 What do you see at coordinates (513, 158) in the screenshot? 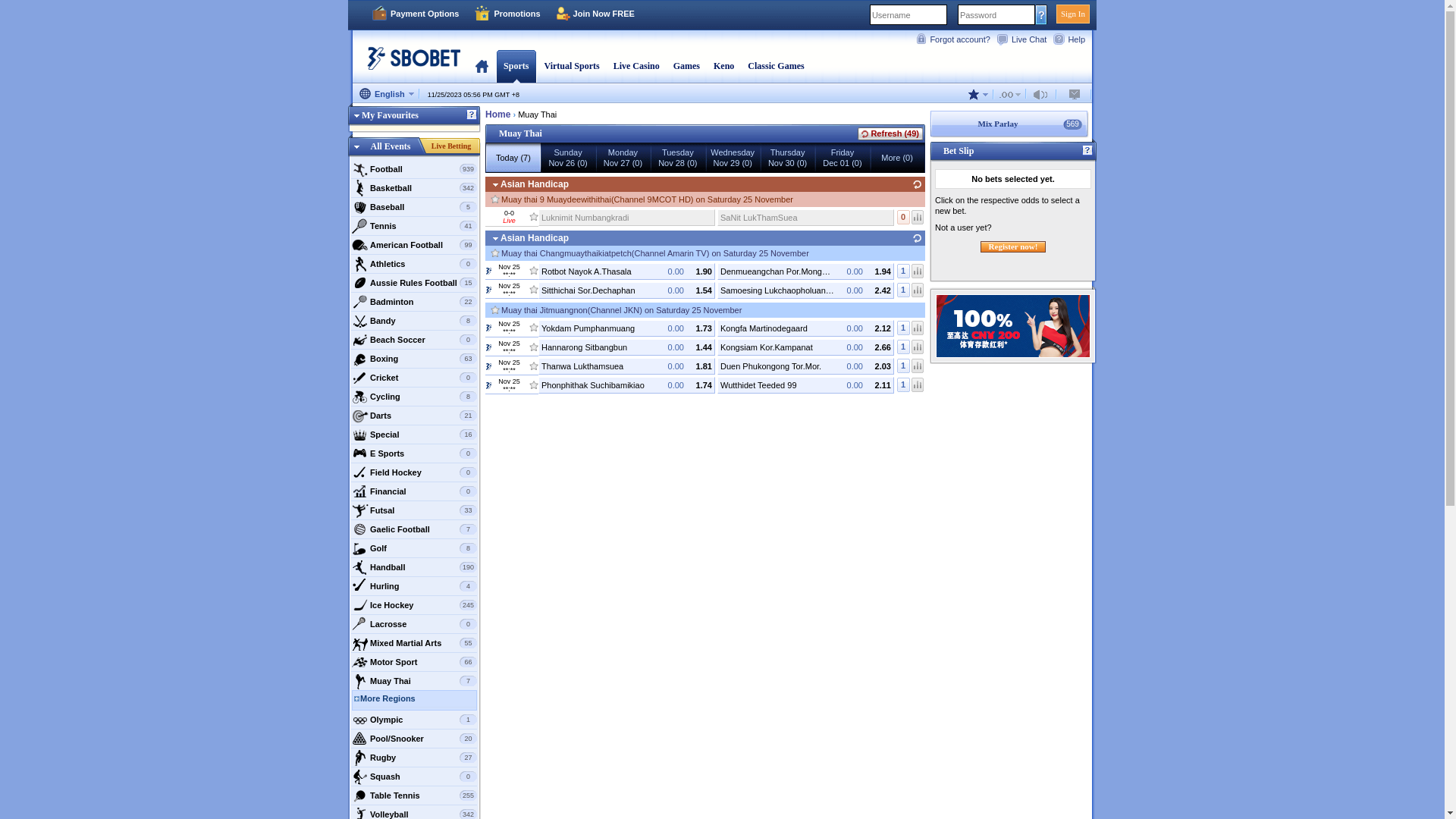
I see `'Today (7)'` at bounding box center [513, 158].